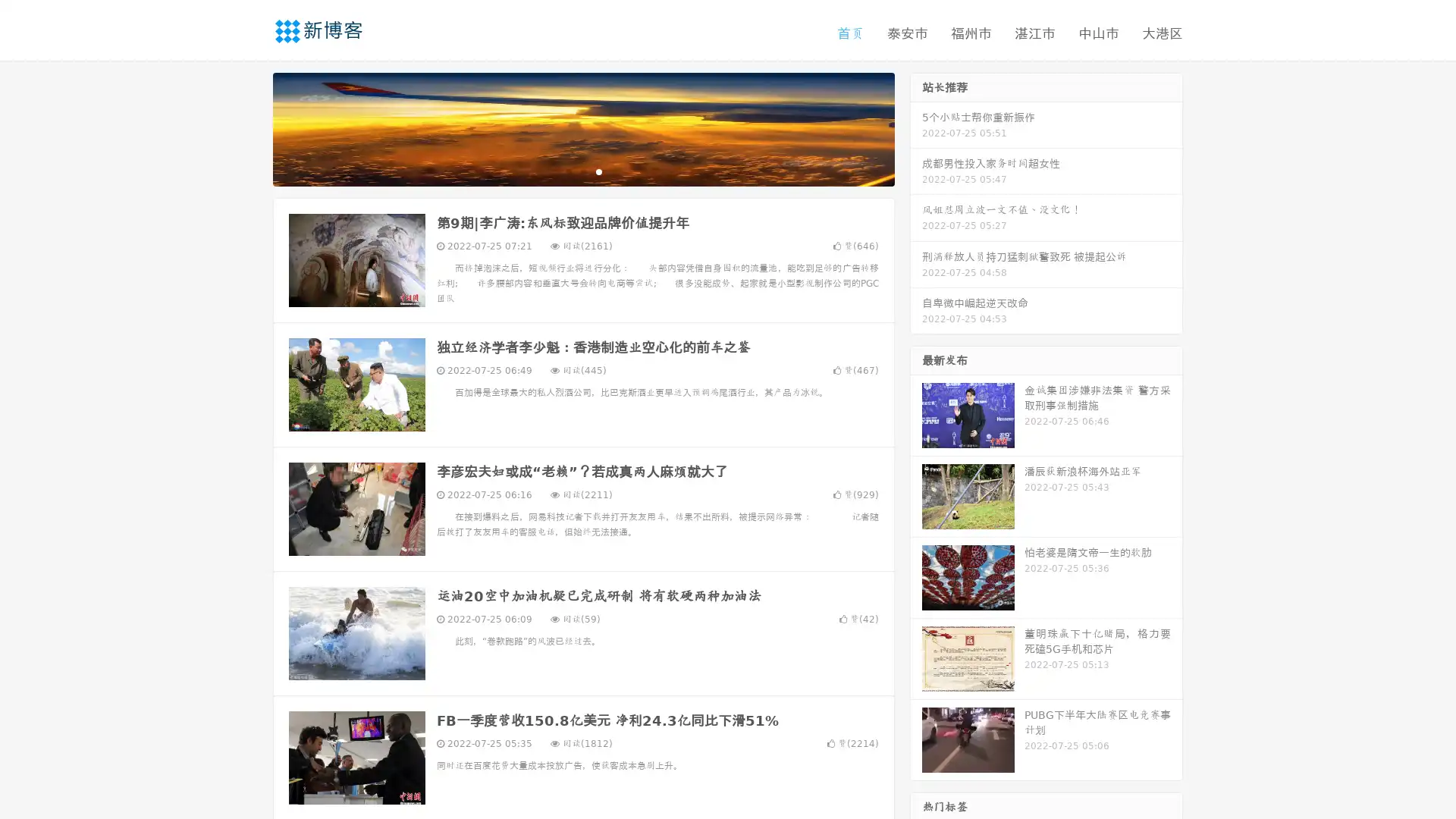  Describe the element at coordinates (916, 127) in the screenshot. I see `Next slide` at that location.